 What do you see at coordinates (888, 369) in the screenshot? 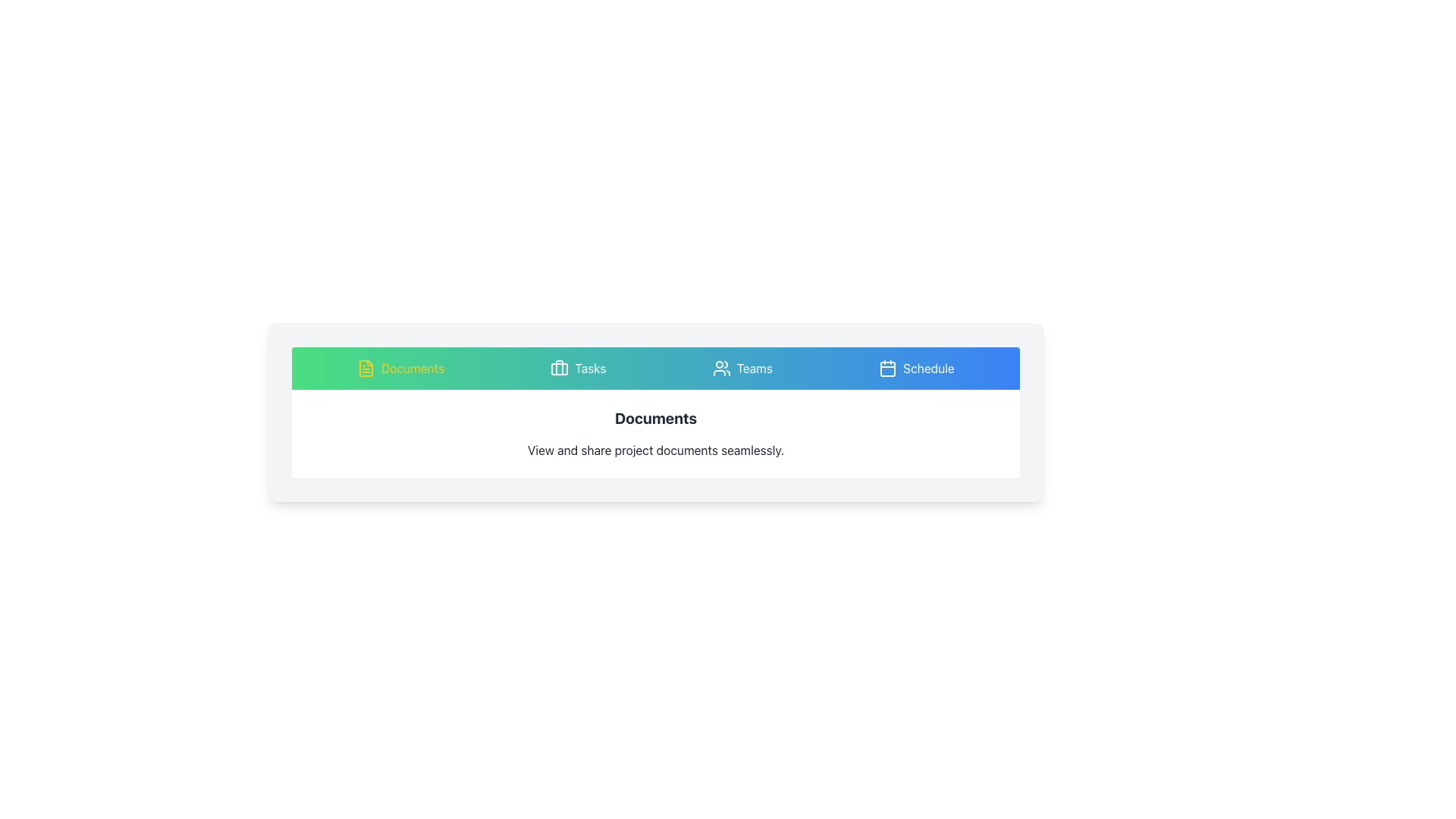
I see `the Schedule icon located on the far-right end of the horizontal navigation bar at the top of the card interface` at bounding box center [888, 369].